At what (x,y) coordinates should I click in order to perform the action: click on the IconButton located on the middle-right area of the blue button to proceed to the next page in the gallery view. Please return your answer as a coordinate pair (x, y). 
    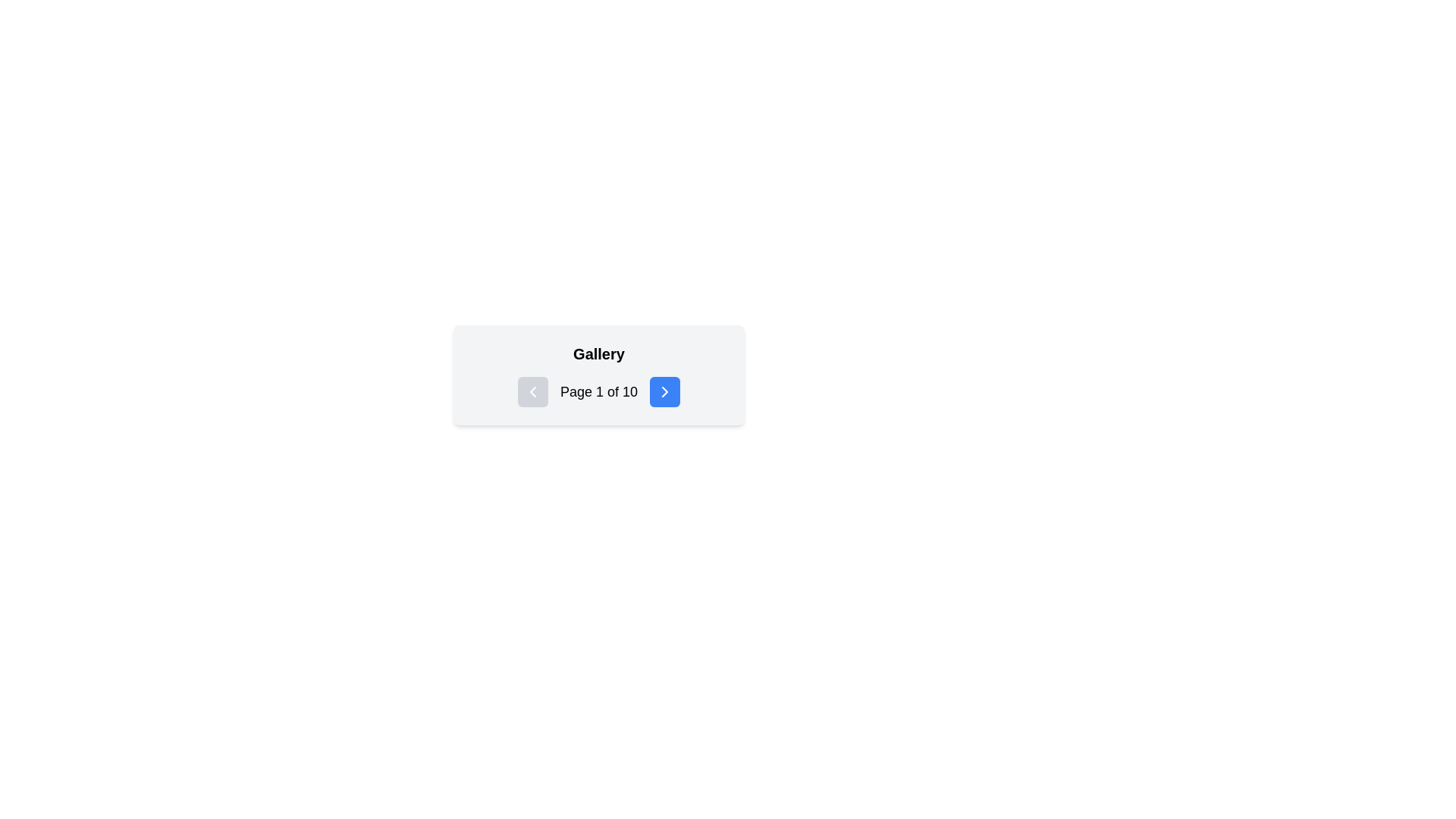
    Looking at the image, I should click on (665, 391).